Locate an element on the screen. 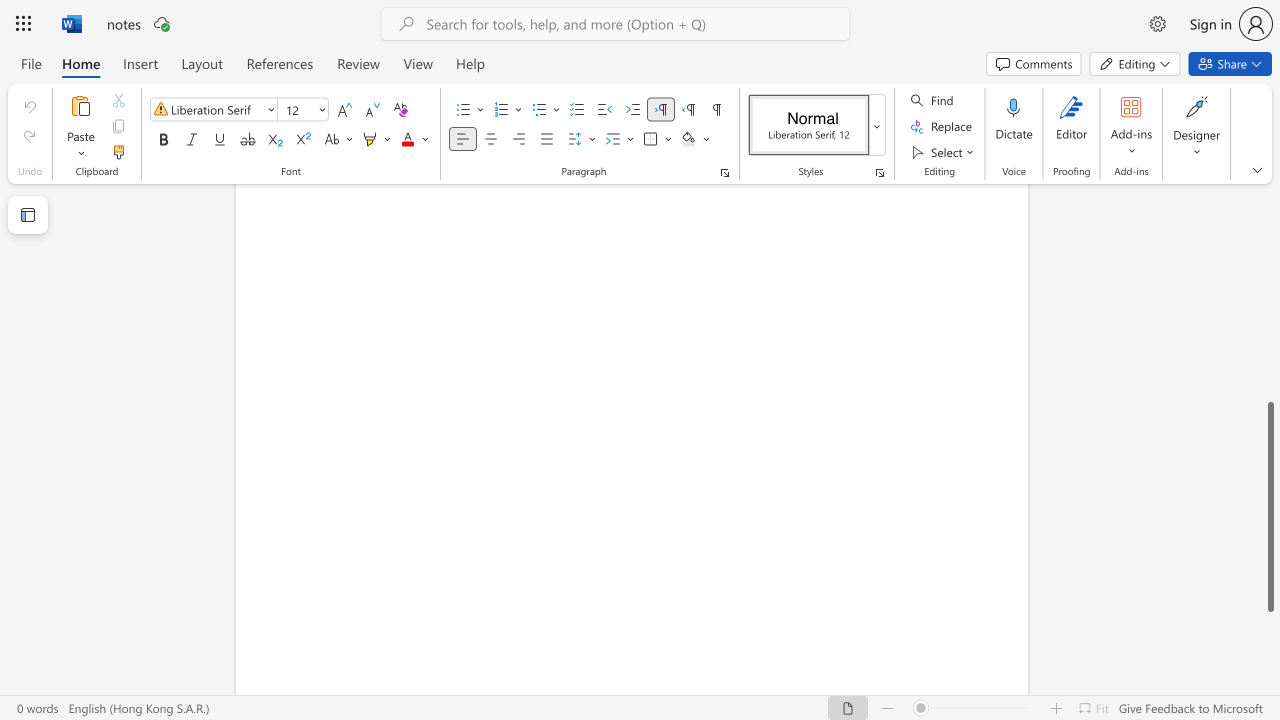 The width and height of the screenshot is (1280, 720). the scrollbar on the right to shift the page higher is located at coordinates (1269, 318).